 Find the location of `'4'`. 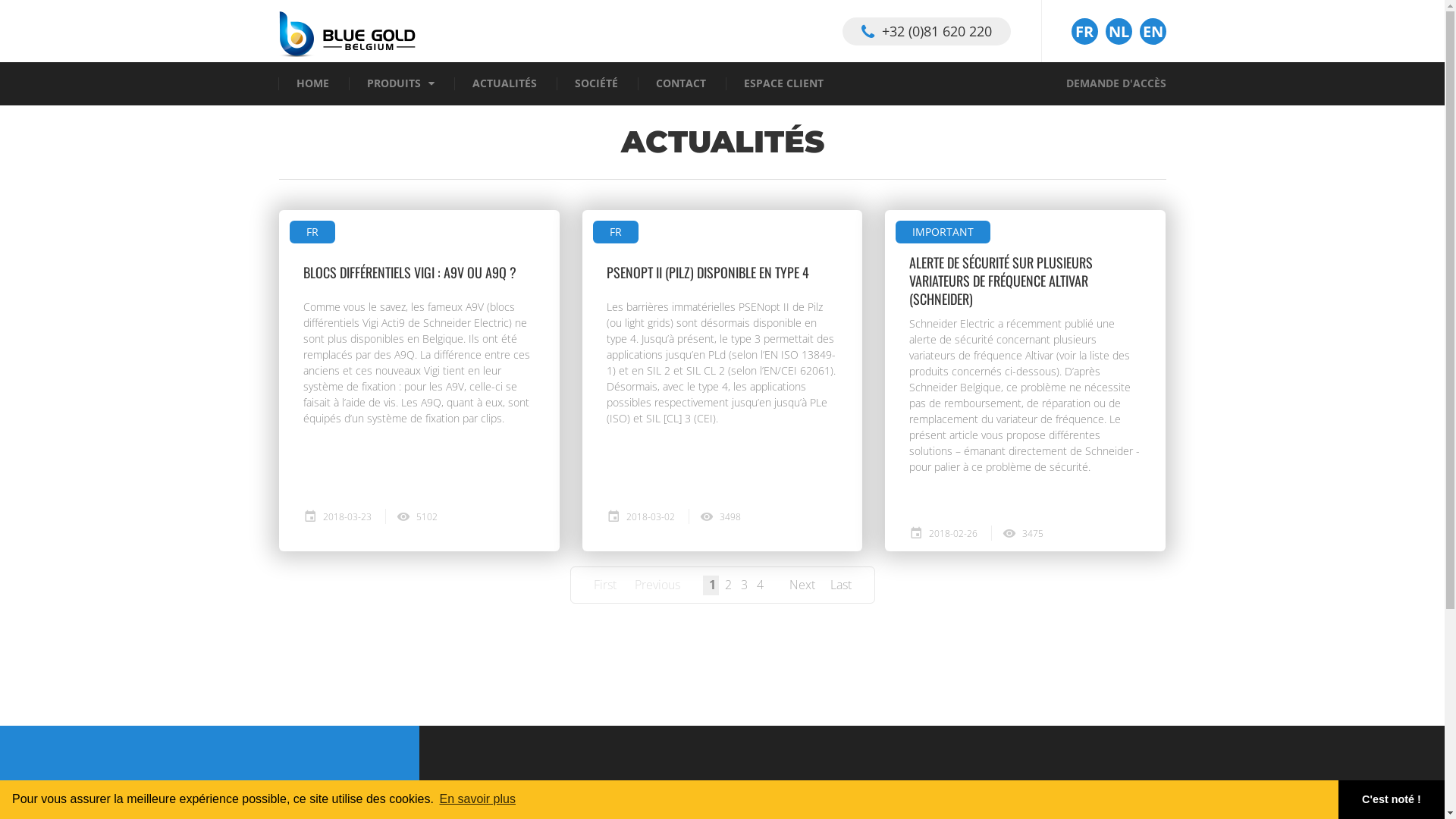

'4' is located at coordinates (761, 584).